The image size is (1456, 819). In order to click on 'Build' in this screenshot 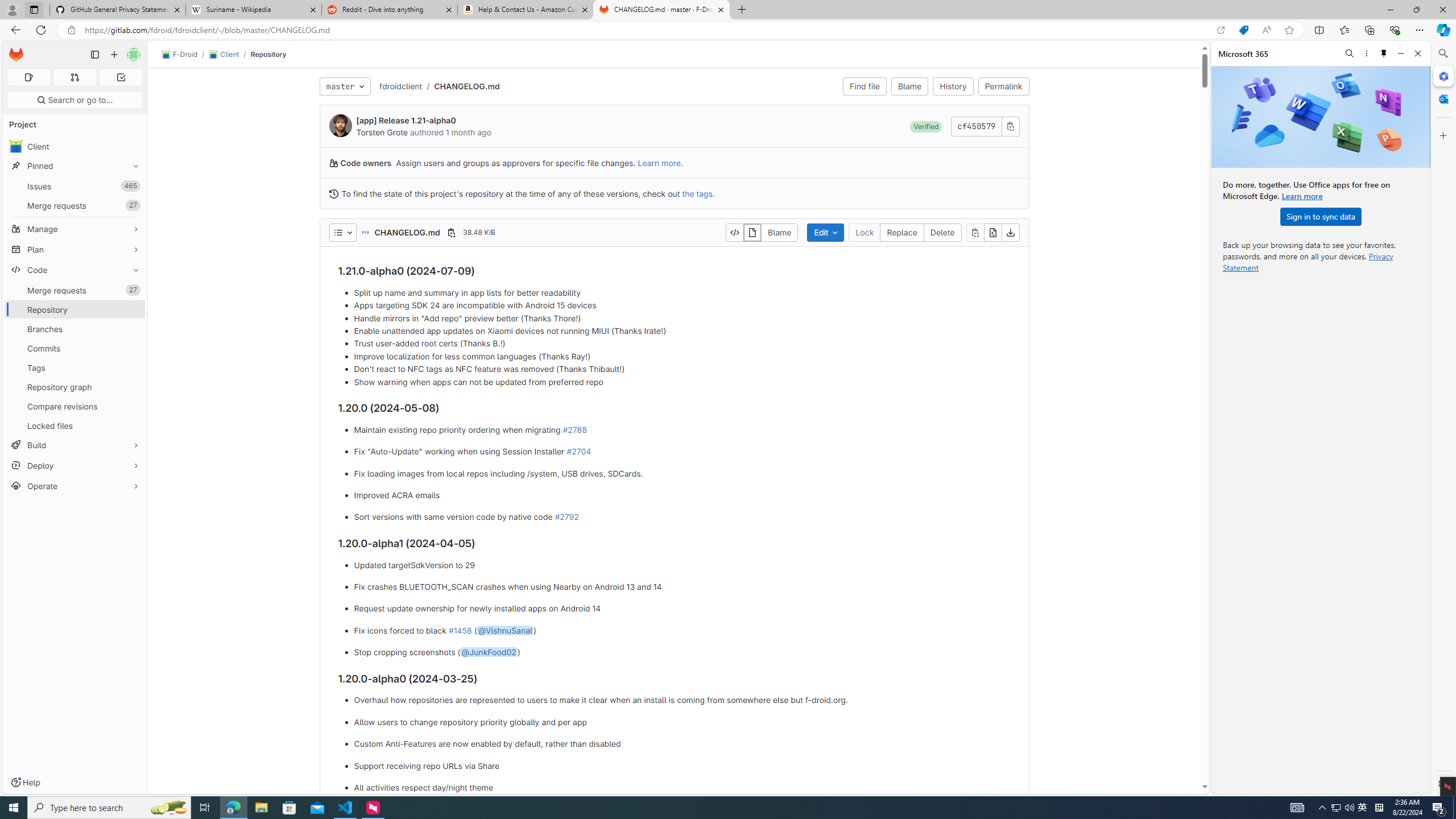, I will do `click(74, 444)`.